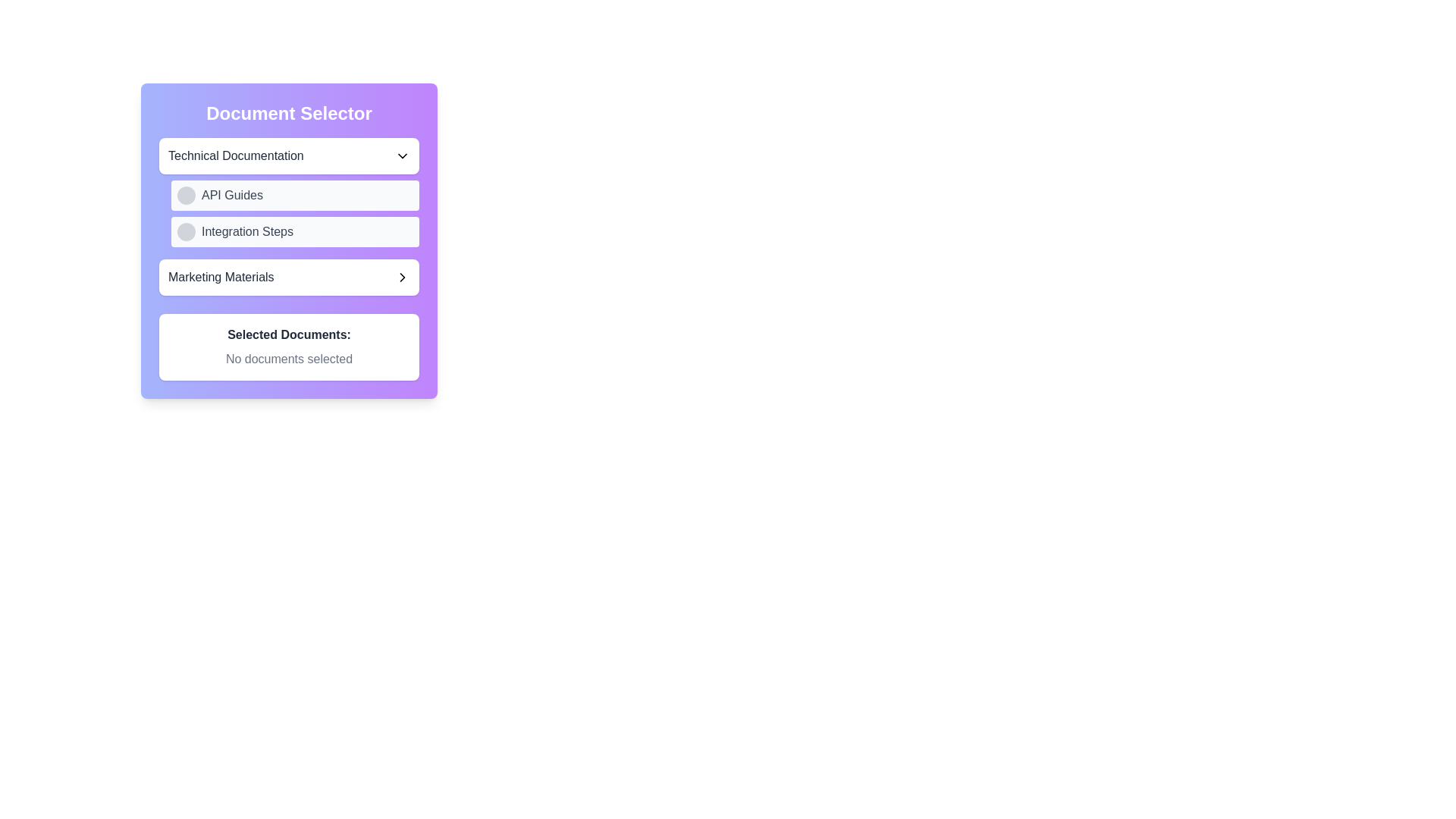 Image resolution: width=1456 pixels, height=819 pixels. I want to click on the chevron icon located near the right edge of the 'Marketing Materials' checkbox label, so click(403, 278).